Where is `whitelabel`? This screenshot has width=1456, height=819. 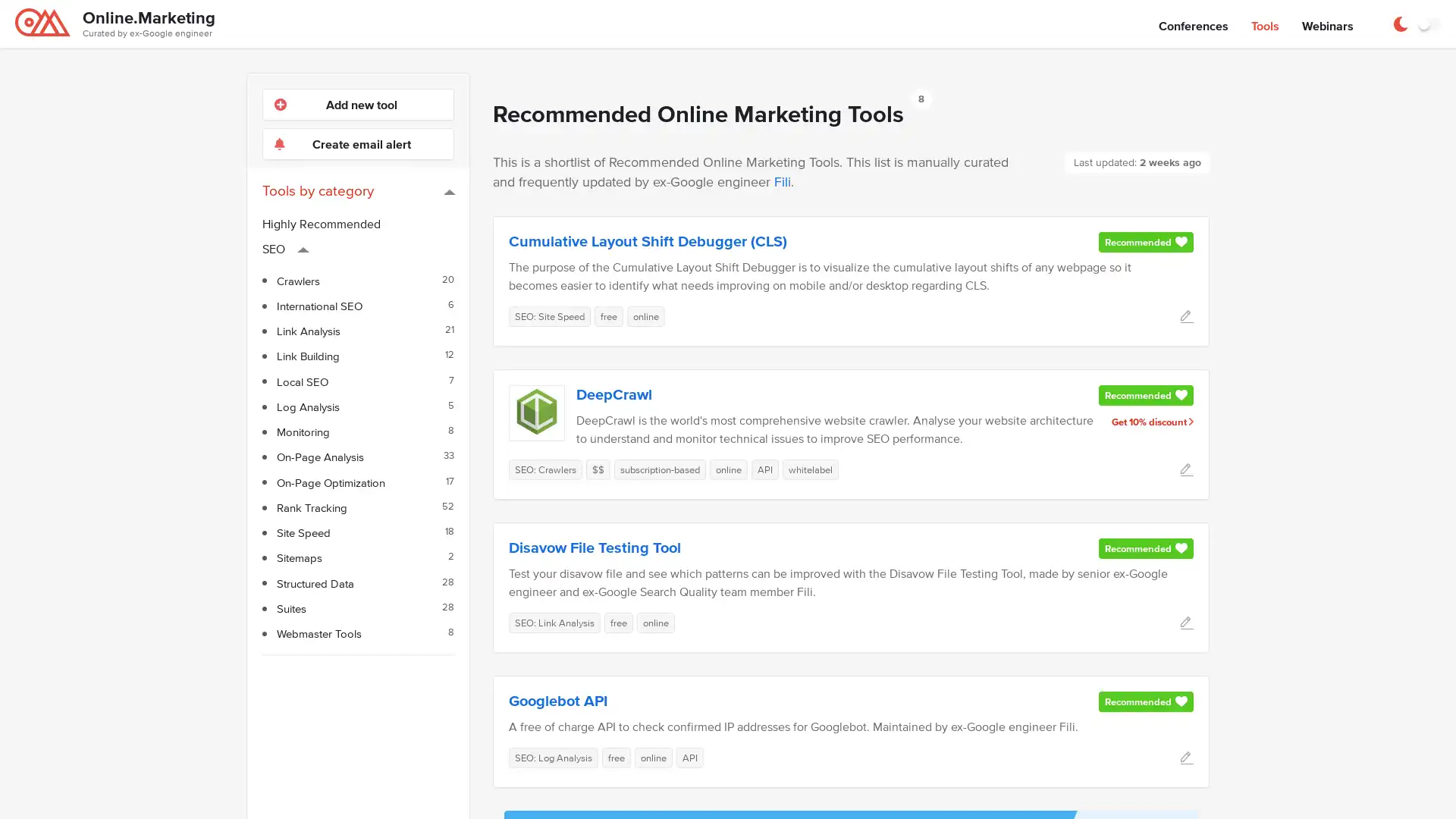 whitelabel is located at coordinates (810, 468).